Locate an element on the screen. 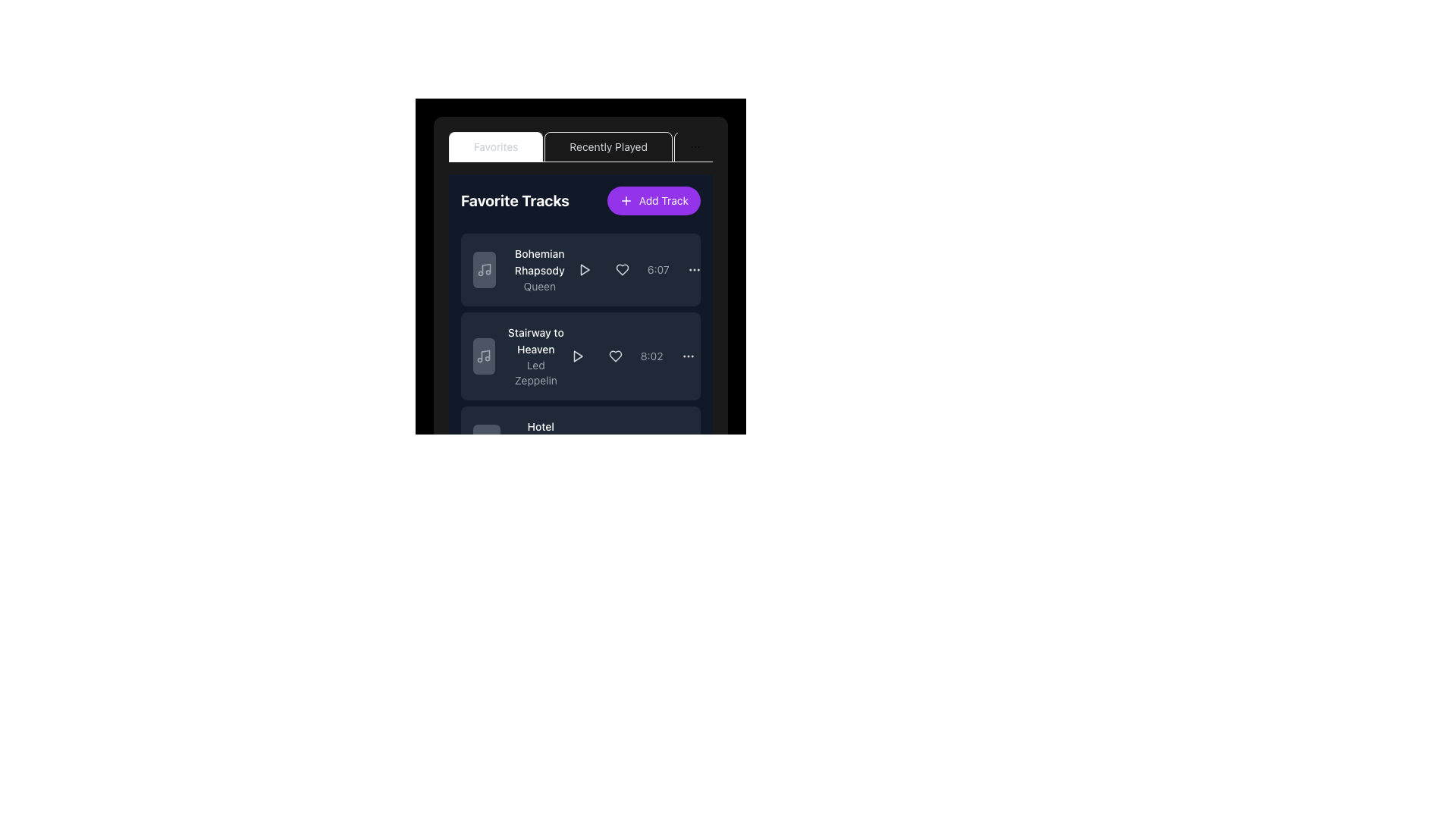  the 'Favorite Tracks' content section to interact with the listed tracks is located at coordinates (580, 335).